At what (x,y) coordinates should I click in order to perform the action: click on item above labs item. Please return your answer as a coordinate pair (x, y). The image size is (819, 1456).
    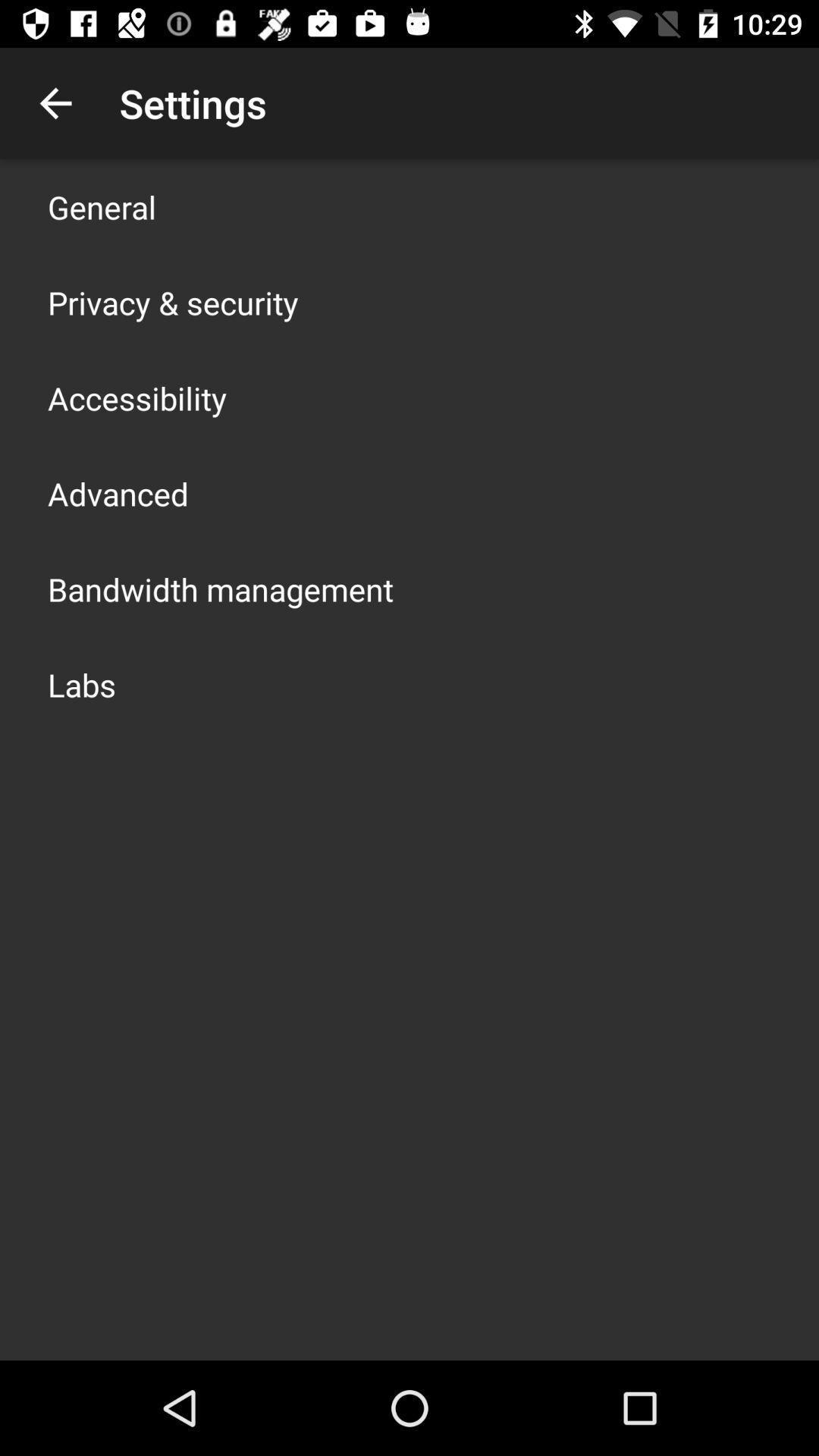
    Looking at the image, I should click on (220, 588).